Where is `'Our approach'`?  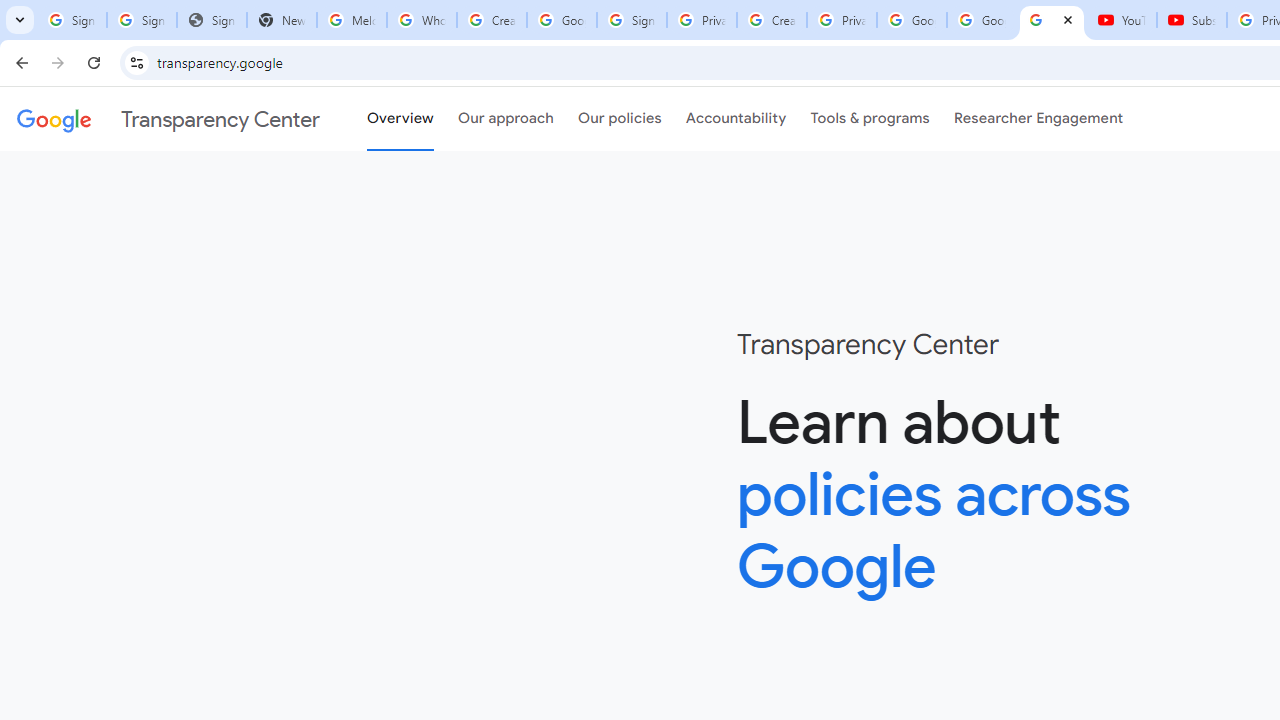 'Our approach' is located at coordinates (506, 119).